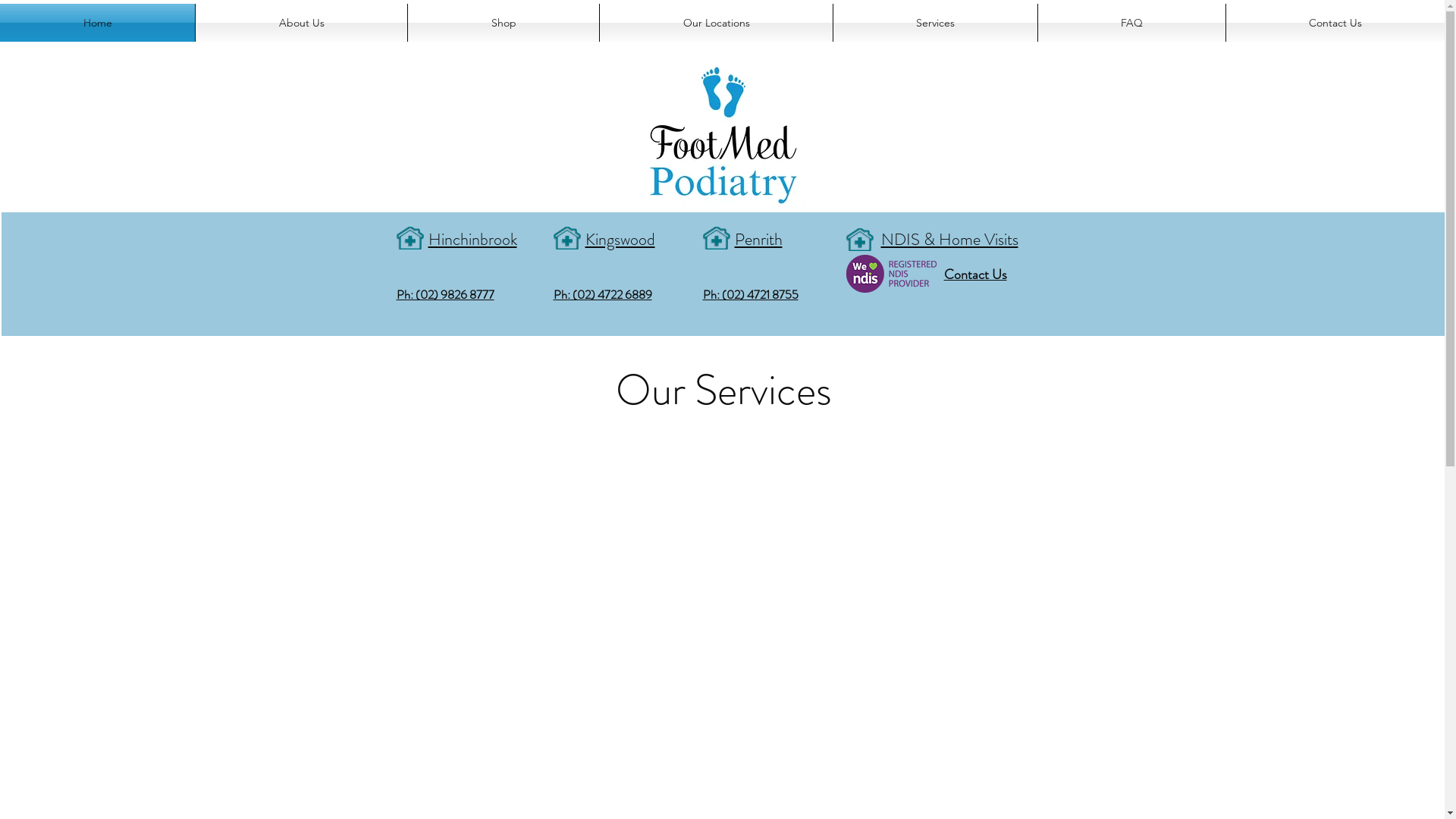  I want to click on 'FAQ', so click(1131, 23).